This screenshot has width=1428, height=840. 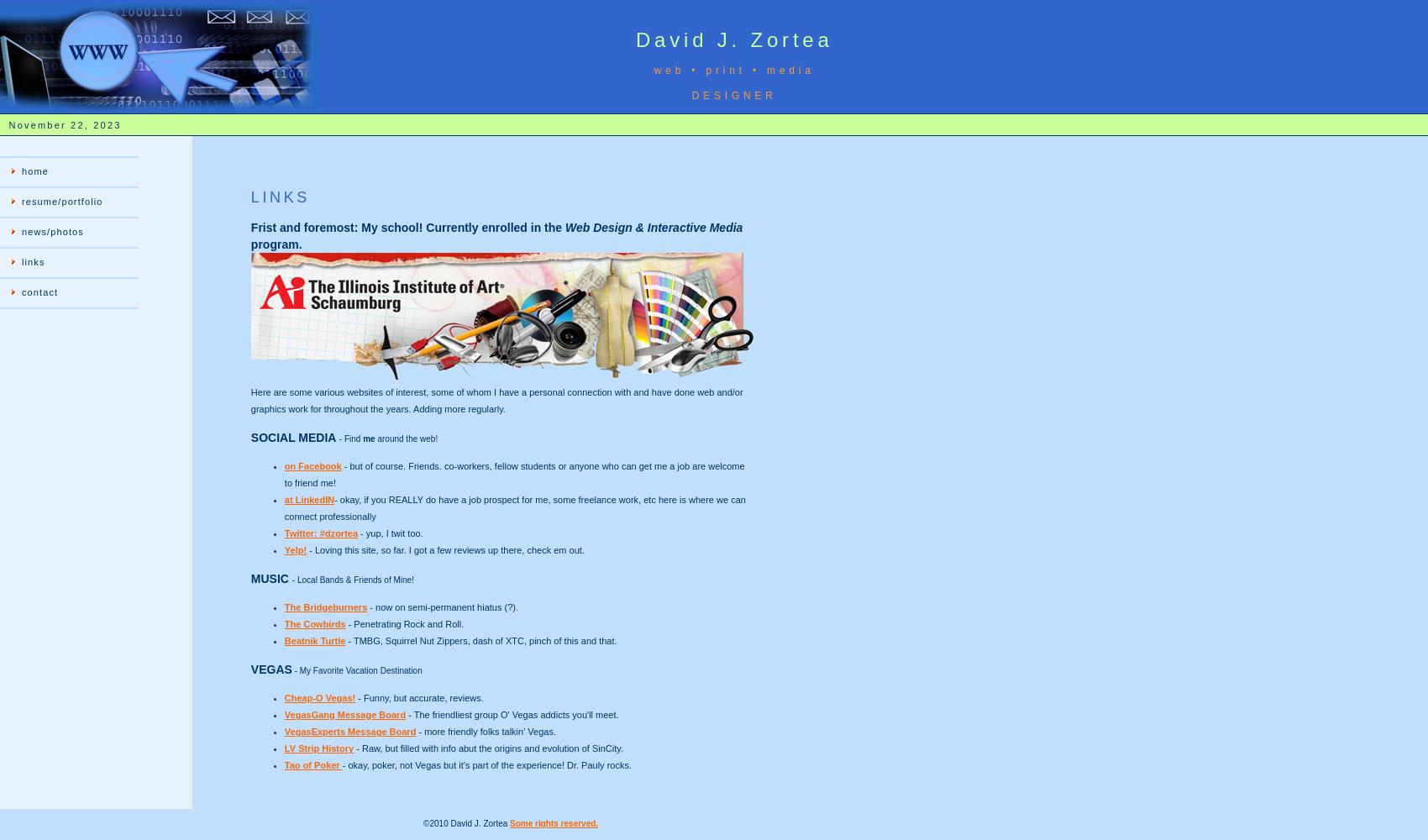 I want to click on 'around the web!', so click(x=406, y=438).